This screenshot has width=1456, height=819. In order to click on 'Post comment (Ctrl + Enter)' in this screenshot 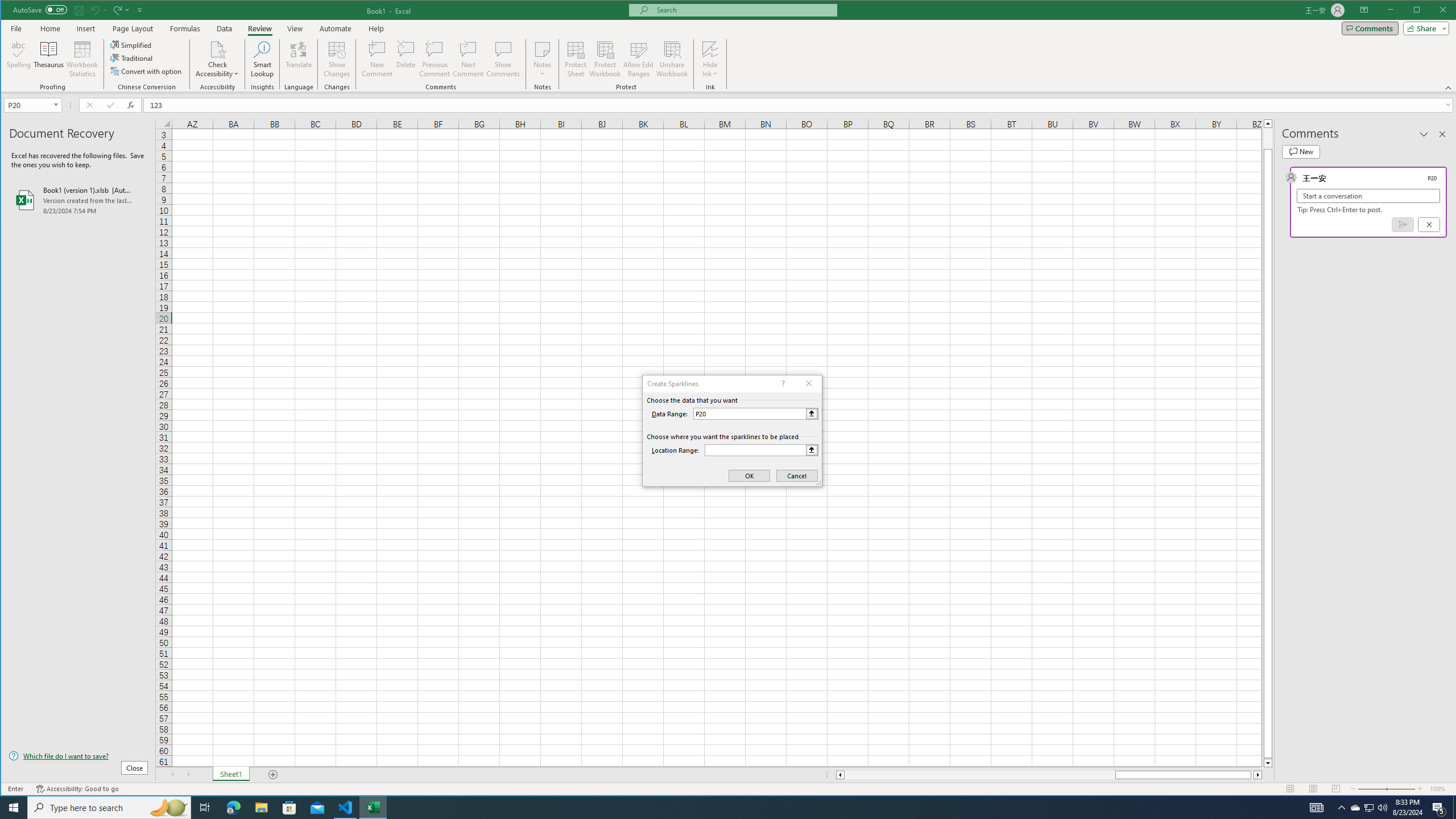, I will do `click(1403, 224)`.